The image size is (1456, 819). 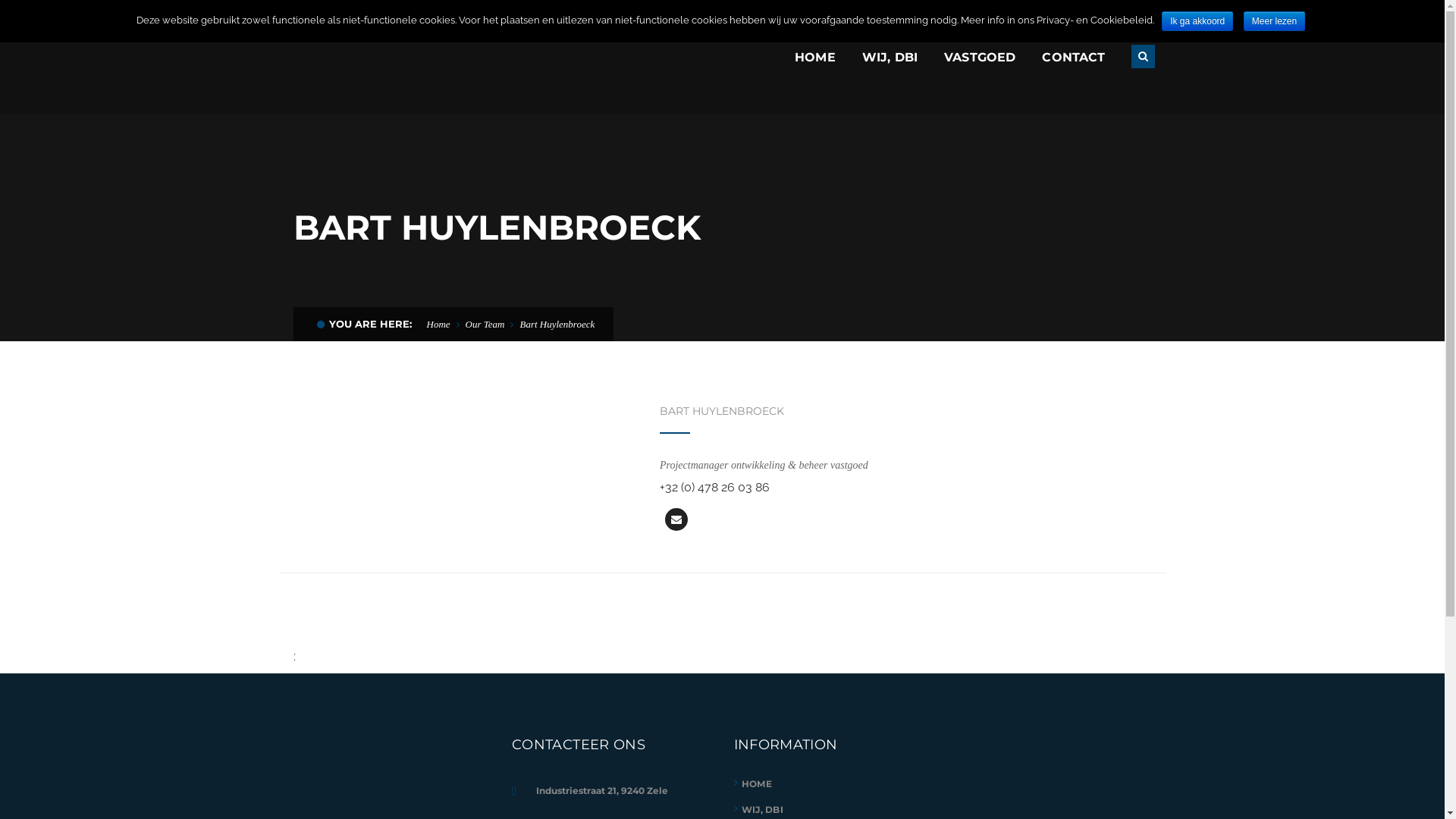 What do you see at coordinates (403, 55) in the screenshot?
I see `'DBI - Succesvol ondernemen in vastgoed'` at bounding box center [403, 55].